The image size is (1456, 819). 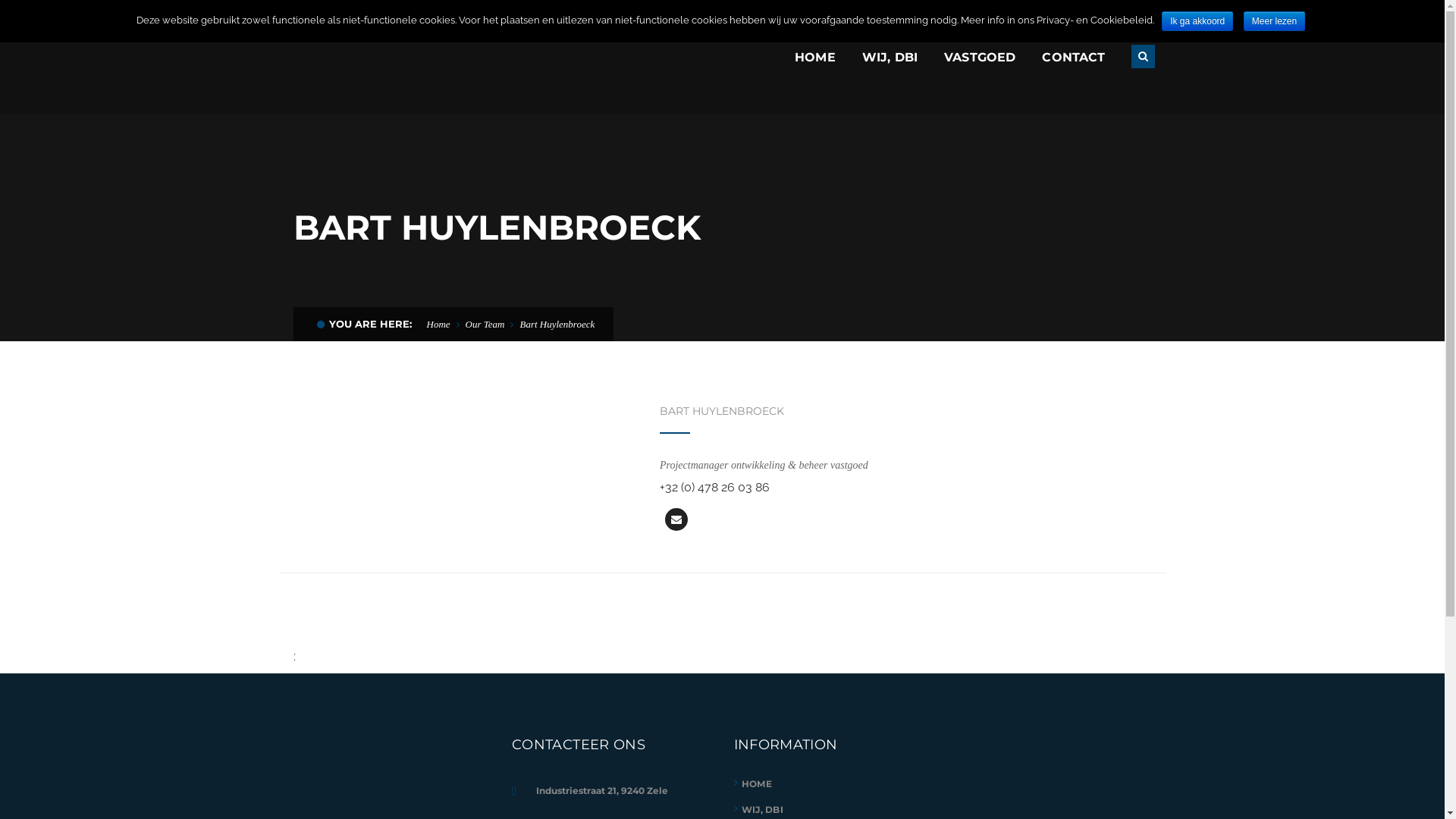 What do you see at coordinates (403, 55) in the screenshot?
I see `'DBI - Succesvol ondernemen in vastgoed'` at bounding box center [403, 55].